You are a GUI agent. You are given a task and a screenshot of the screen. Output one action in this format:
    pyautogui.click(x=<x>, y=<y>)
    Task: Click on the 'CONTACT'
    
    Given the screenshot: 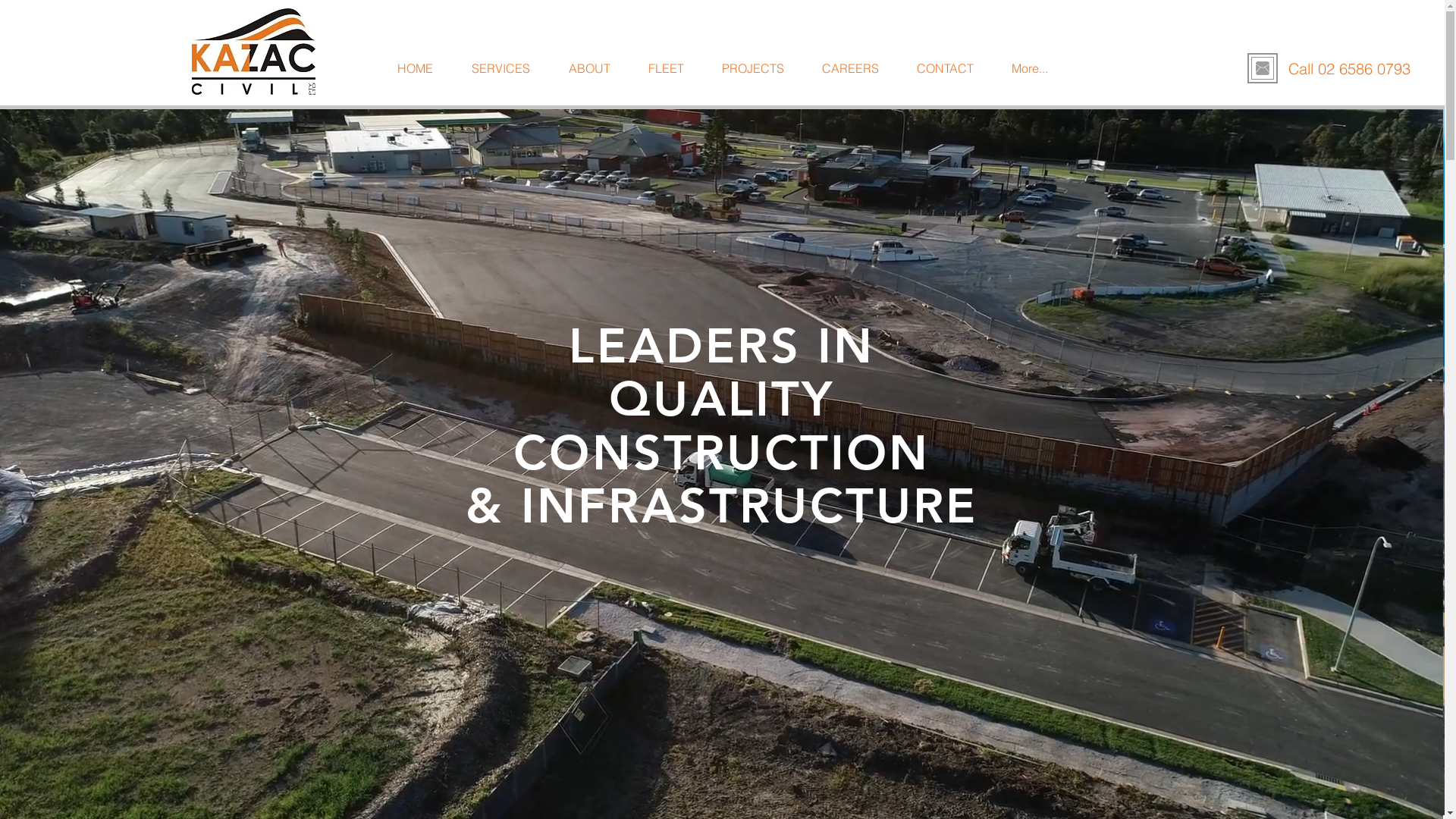 What is the action you would take?
    pyautogui.click(x=944, y=68)
    